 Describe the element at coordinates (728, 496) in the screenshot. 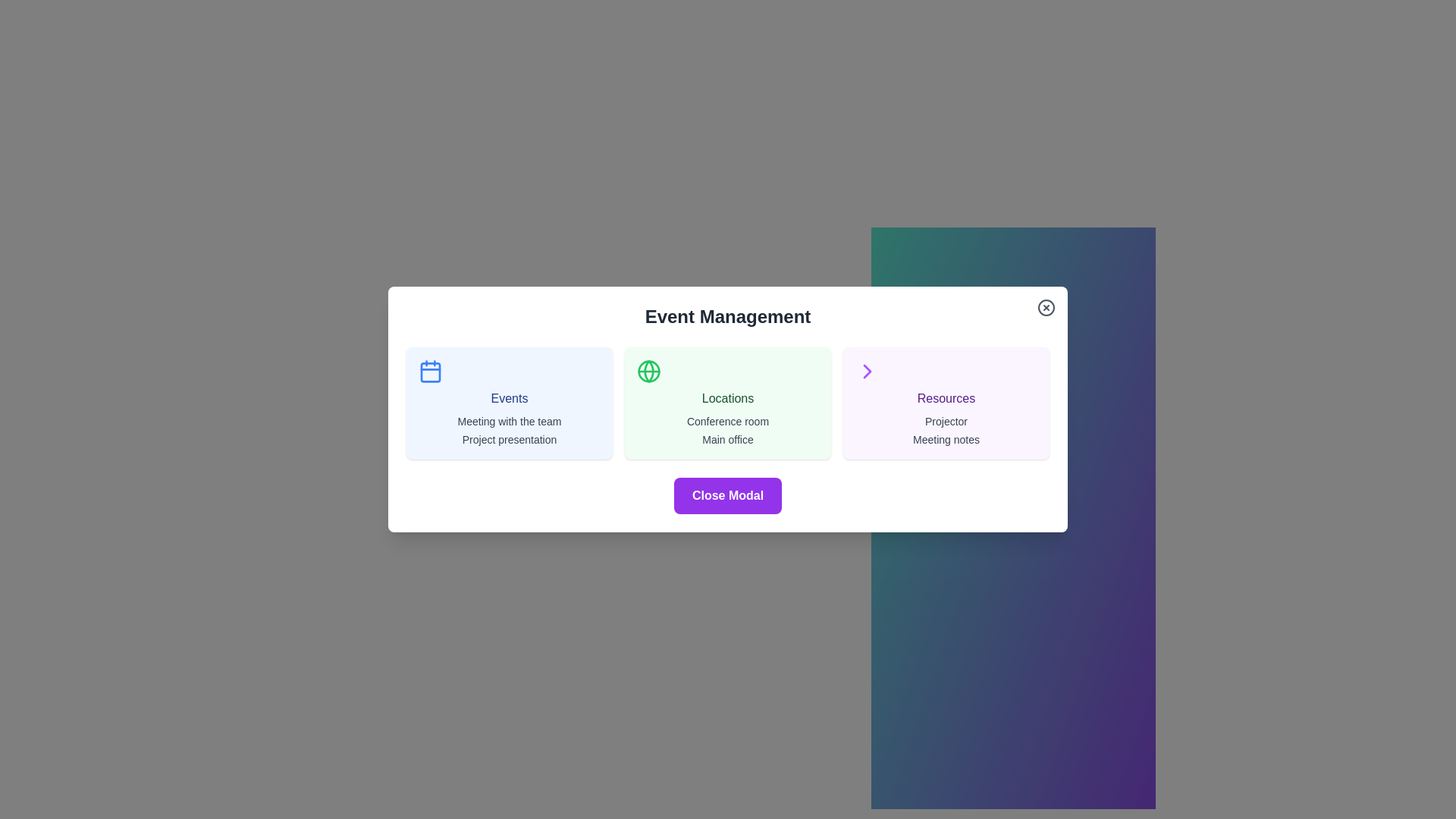

I see `the button that closes the modal window to observe any hover state changes` at that location.